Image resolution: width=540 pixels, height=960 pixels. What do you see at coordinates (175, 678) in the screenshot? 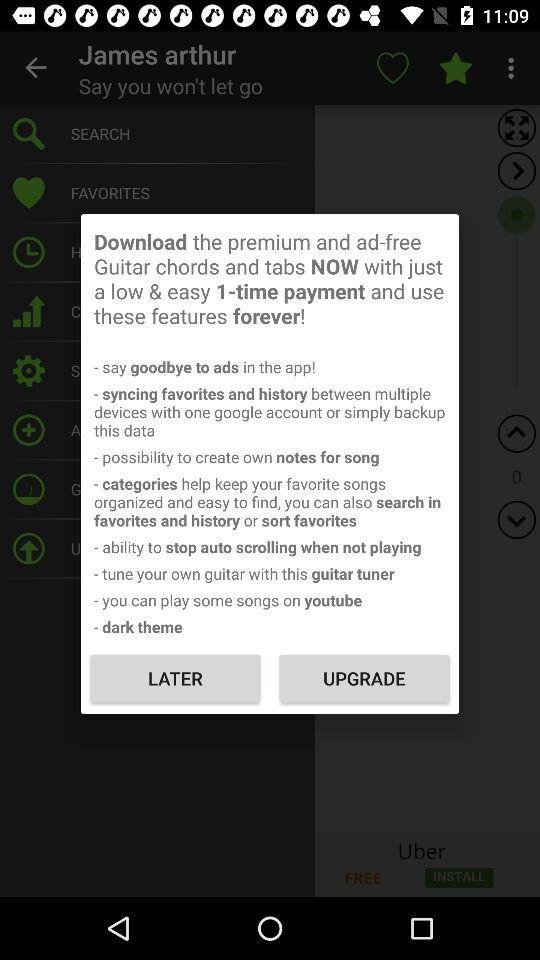
I see `the later` at bounding box center [175, 678].